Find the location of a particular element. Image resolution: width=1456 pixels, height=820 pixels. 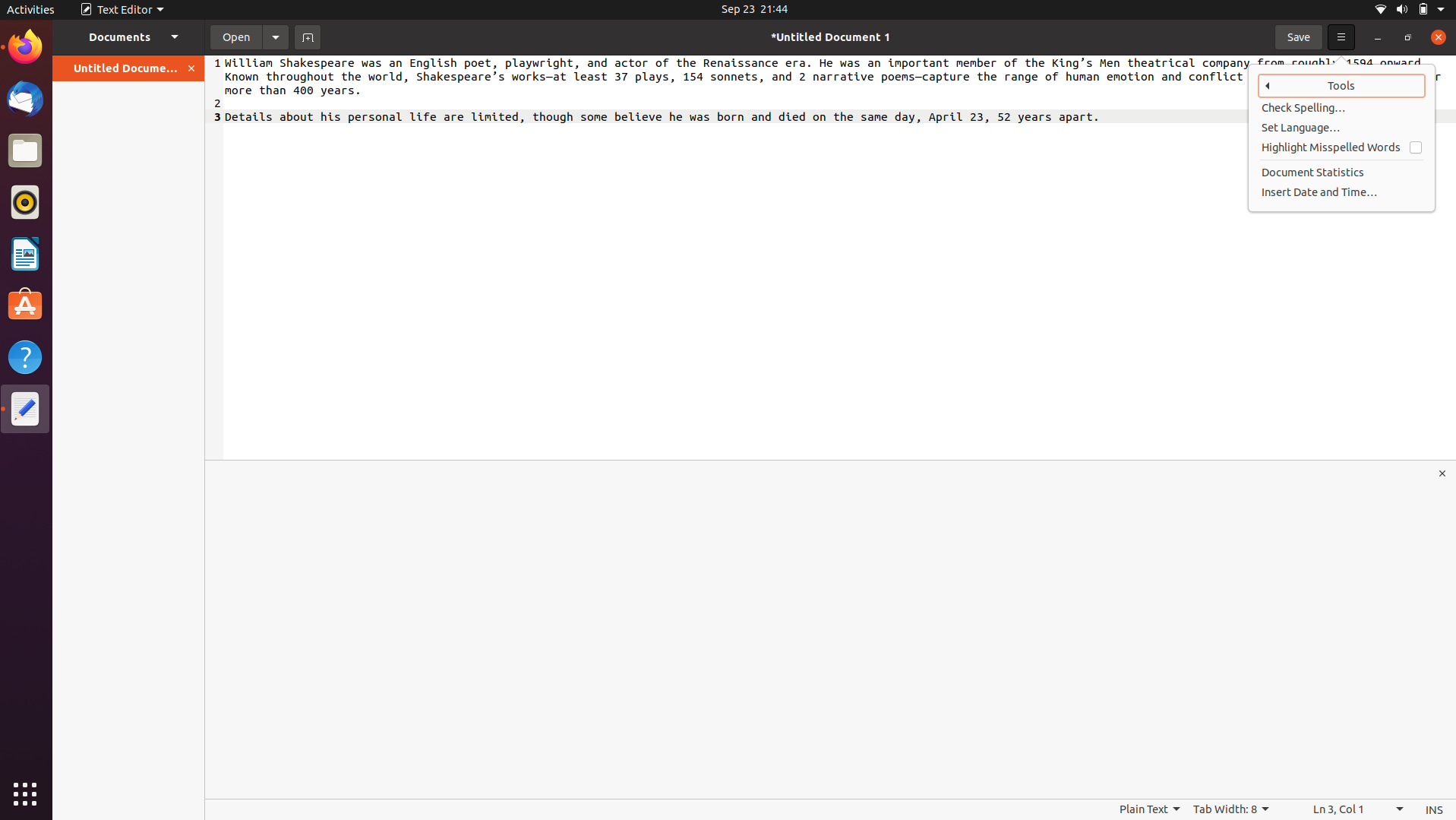

and open the second document in the more documents section is located at coordinates (128, 36).